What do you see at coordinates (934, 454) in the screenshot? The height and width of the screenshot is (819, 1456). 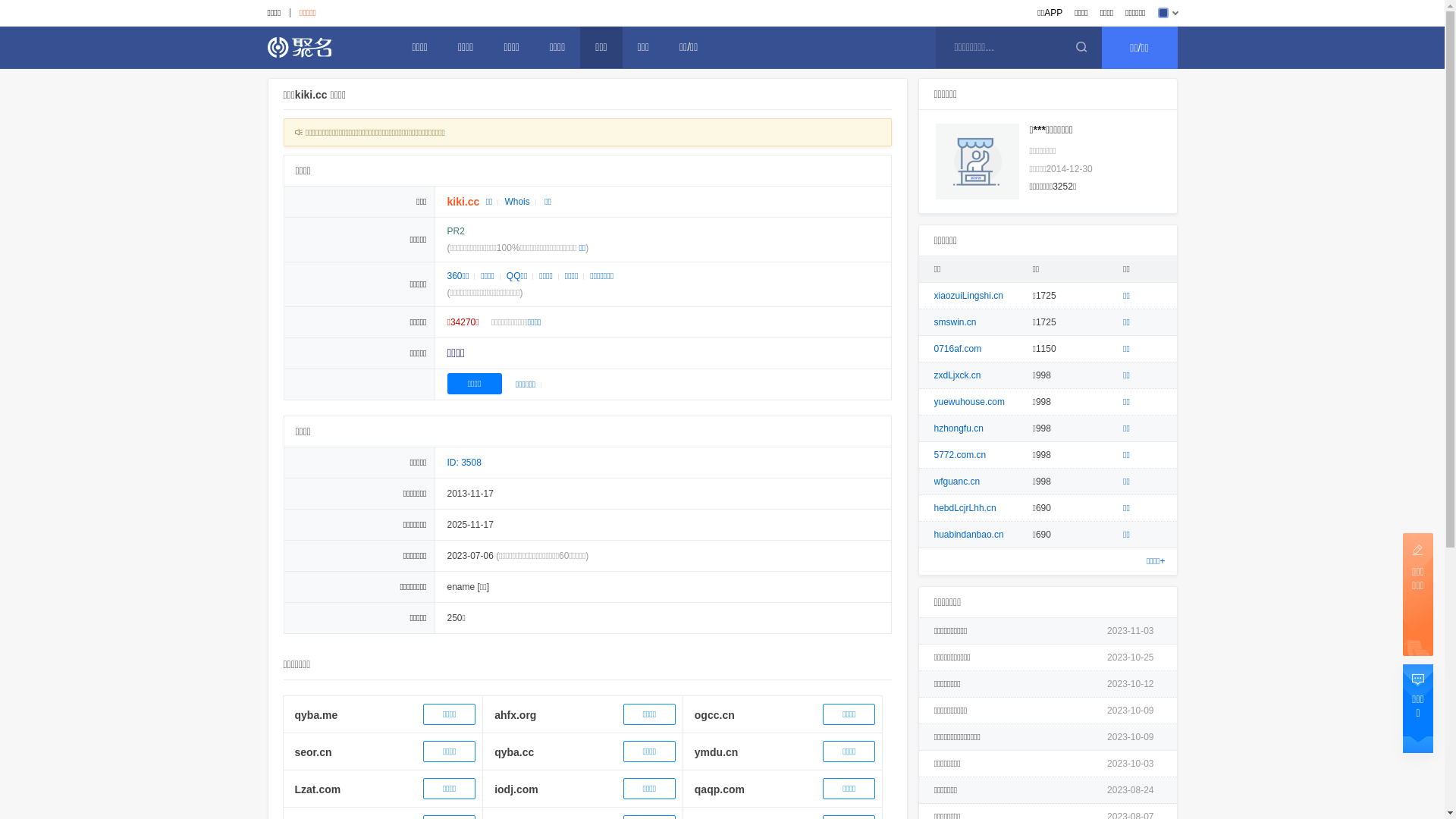 I see `'5772.com.cn'` at bounding box center [934, 454].